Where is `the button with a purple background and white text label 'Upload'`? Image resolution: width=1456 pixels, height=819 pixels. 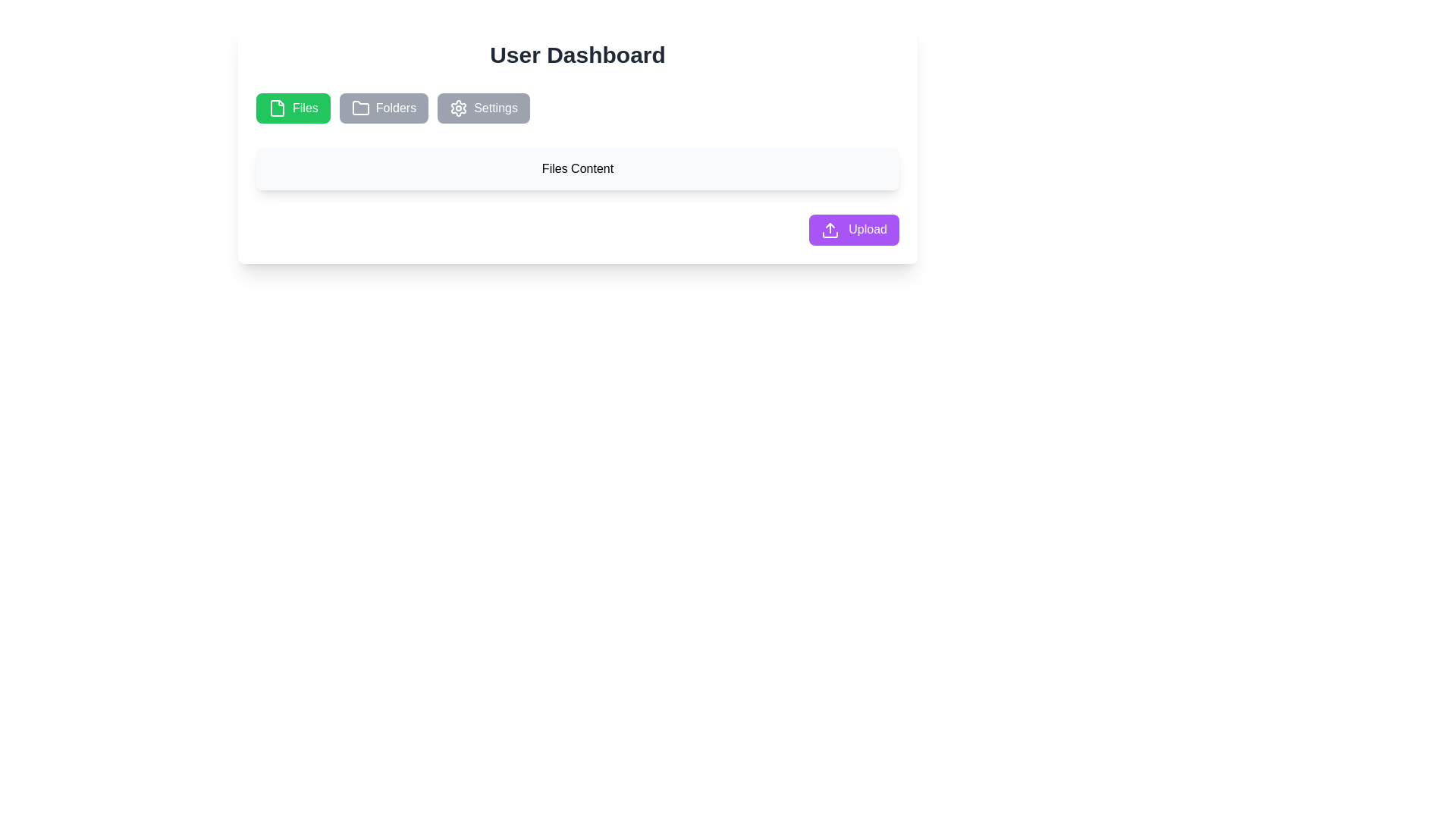 the button with a purple background and white text label 'Upload' is located at coordinates (854, 230).